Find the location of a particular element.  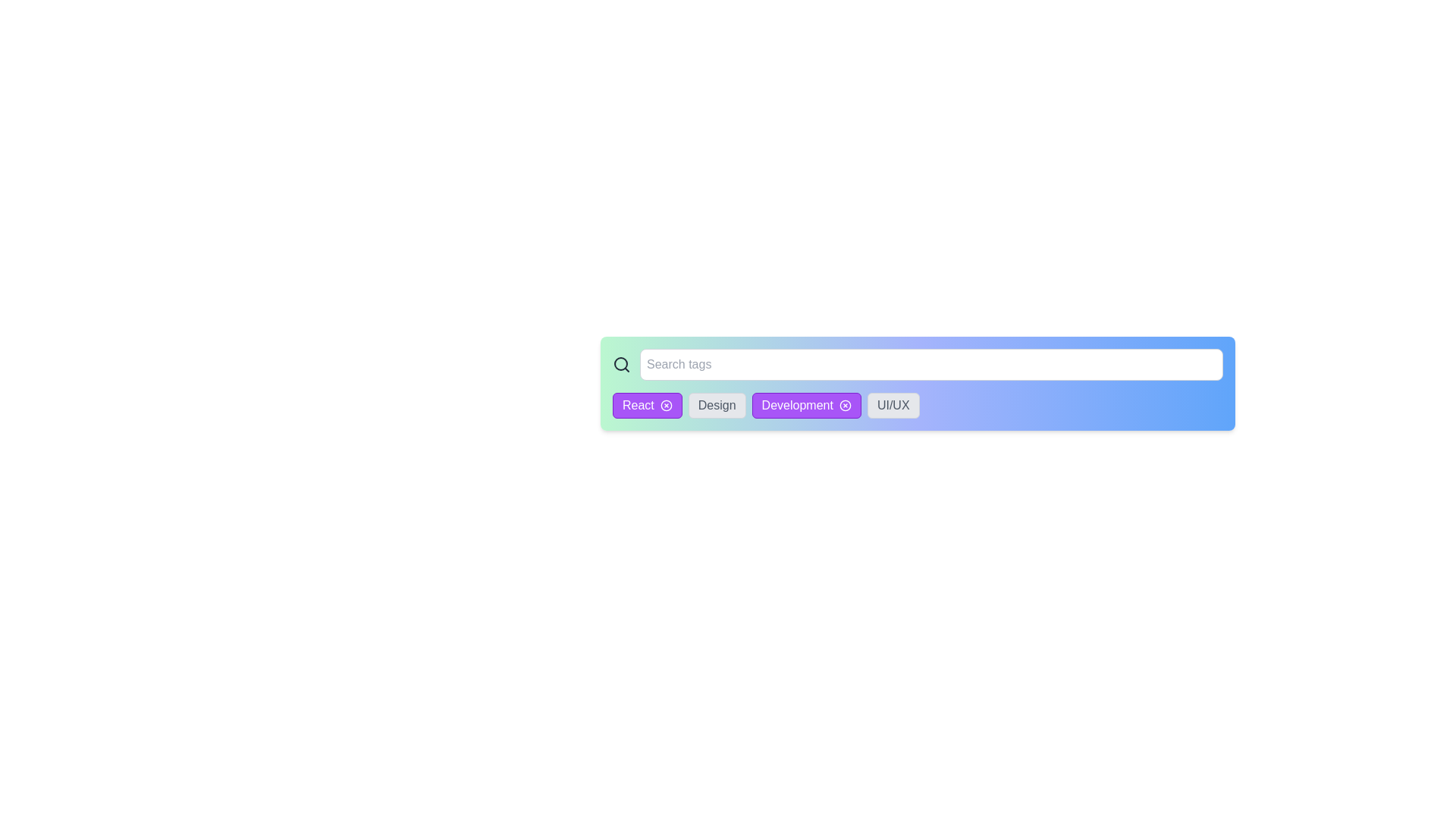

the tag with label React to observe its hover effect is located at coordinates (647, 405).